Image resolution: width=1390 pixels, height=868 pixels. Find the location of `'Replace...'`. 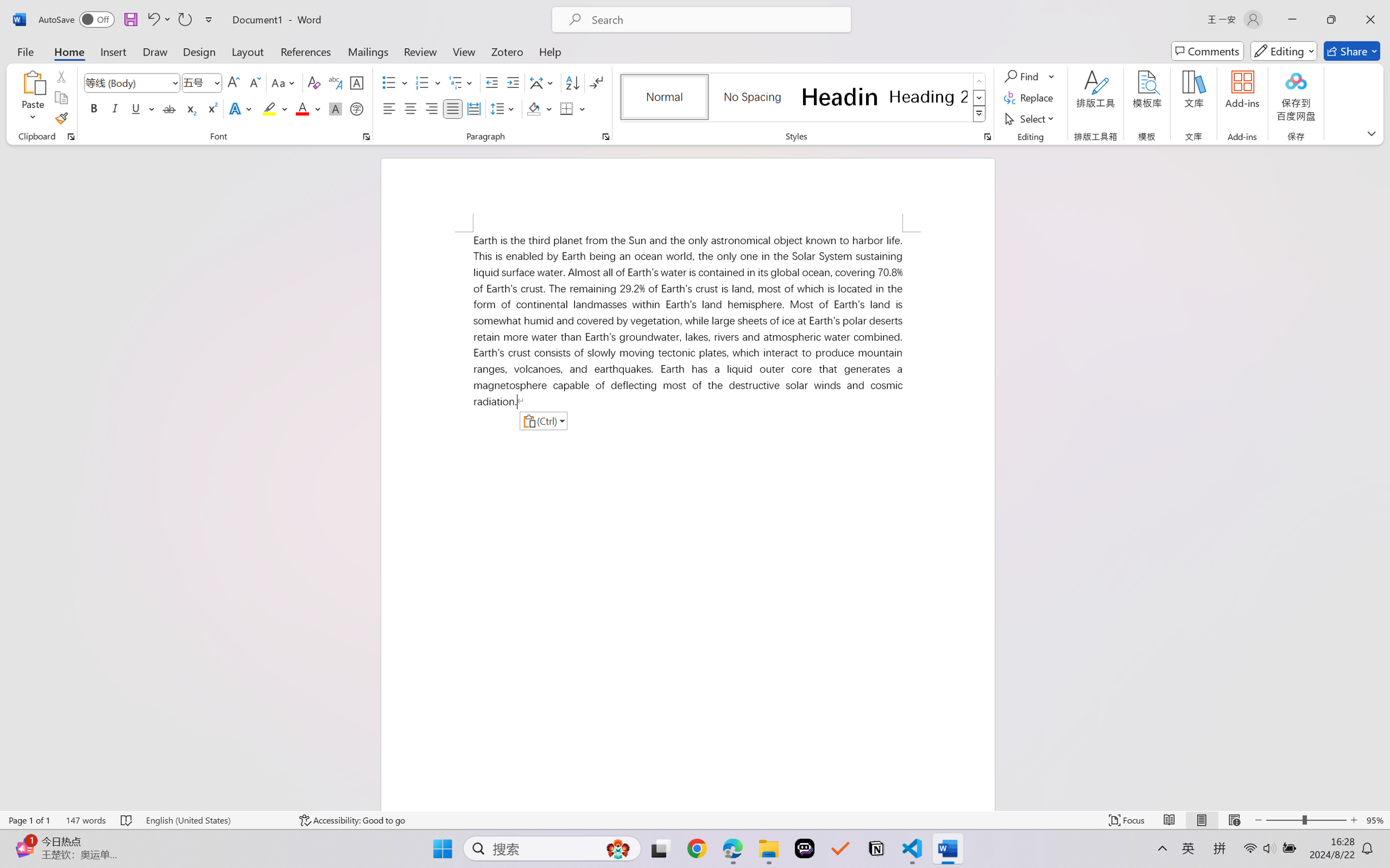

'Replace...' is located at coordinates (1029, 98).